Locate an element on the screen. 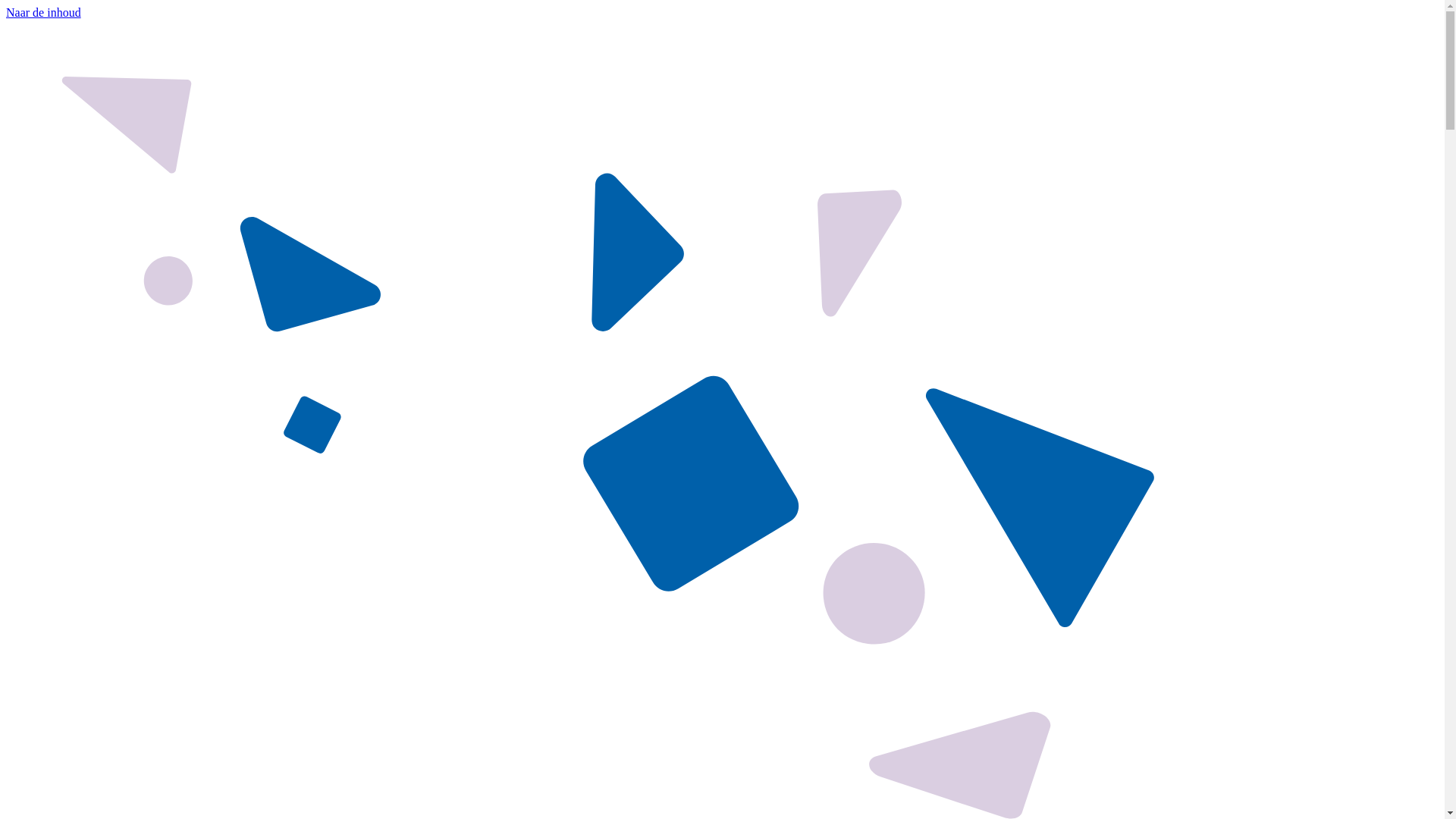 The height and width of the screenshot is (819, 1456). 'Naar de inhoud' is located at coordinates (6, 12).